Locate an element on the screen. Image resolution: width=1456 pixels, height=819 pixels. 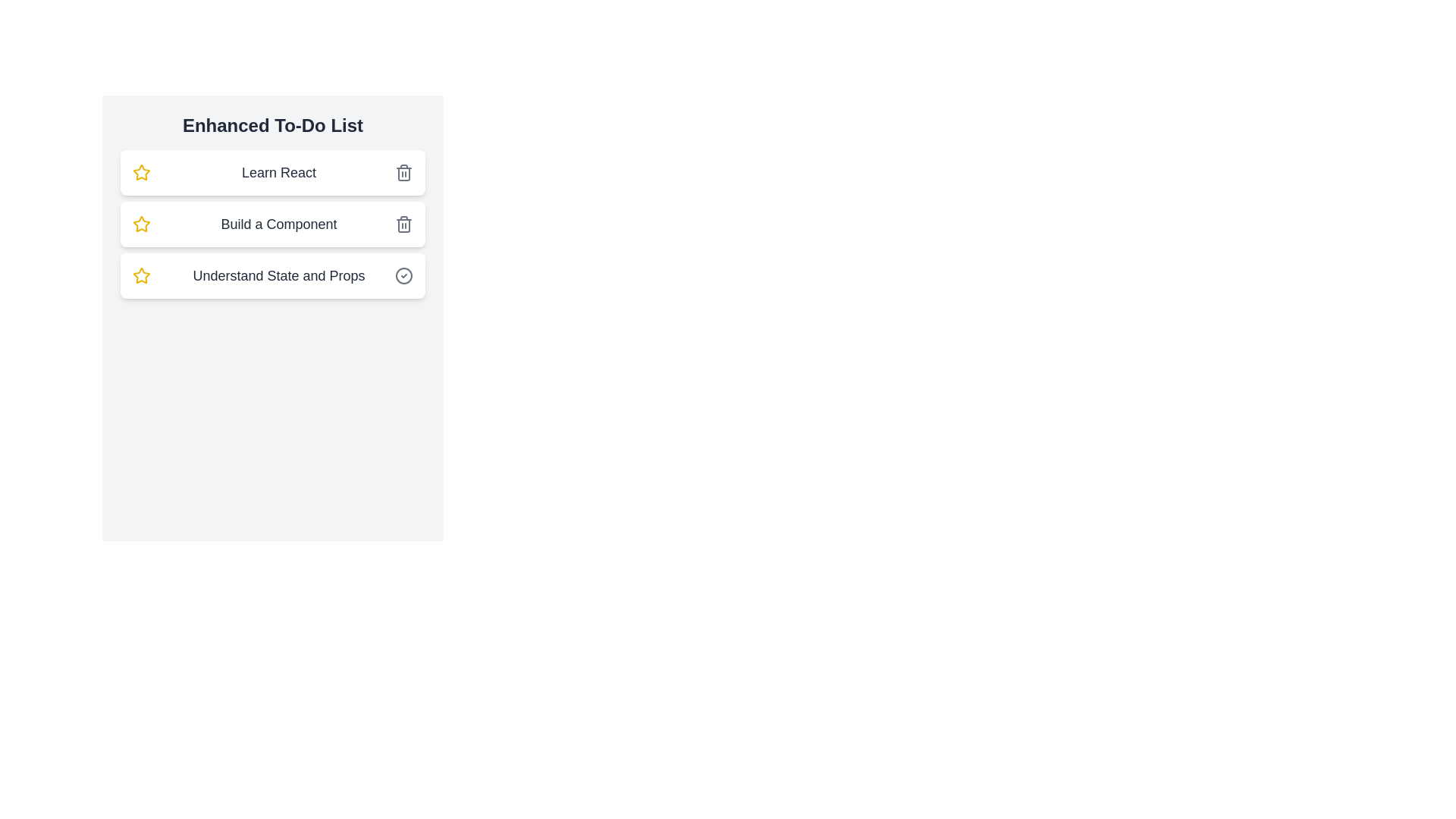
the List Item labeled 'Build a Component' is located at coordinates (273, 224).